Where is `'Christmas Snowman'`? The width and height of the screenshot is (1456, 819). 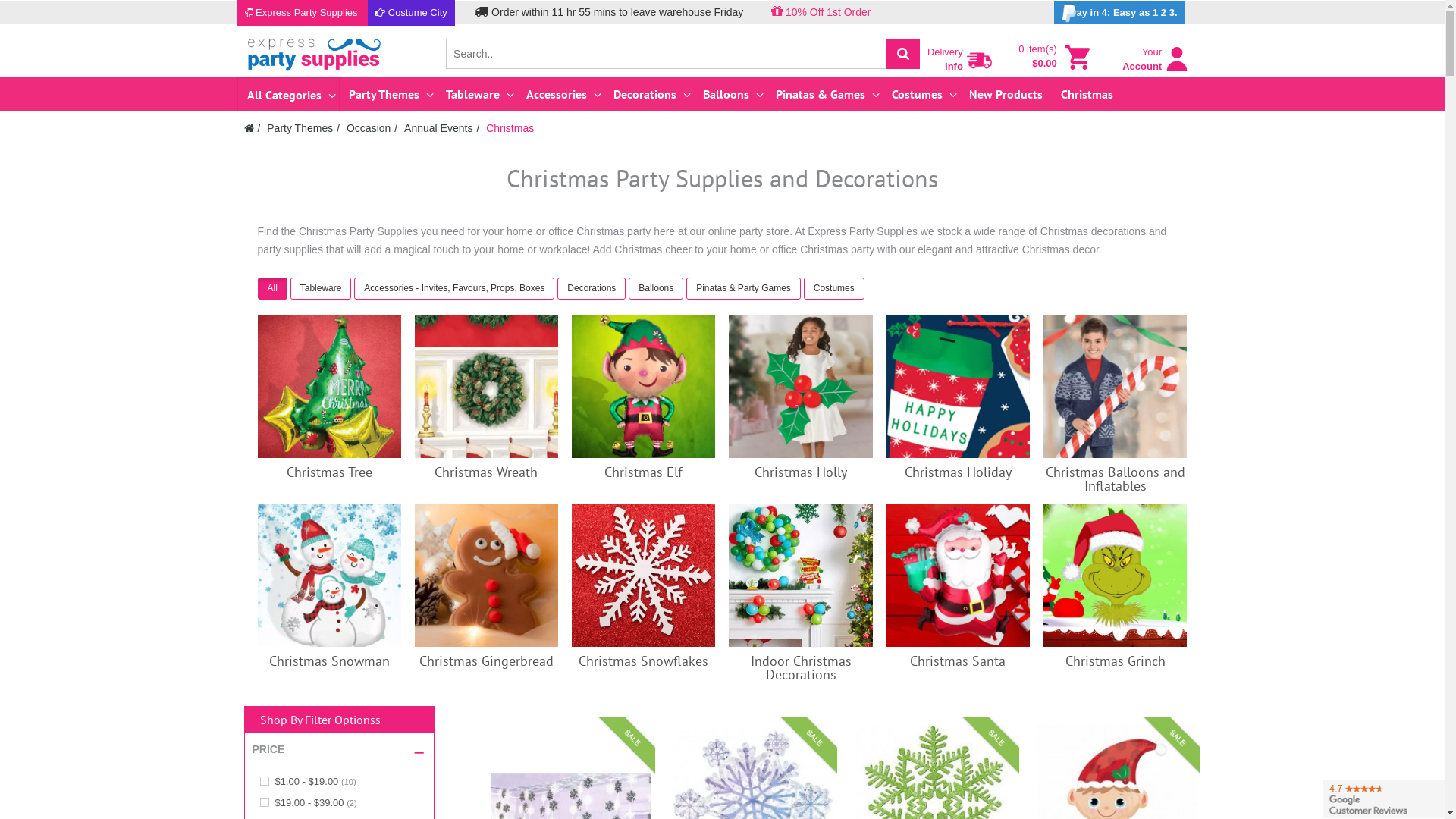 'Christmas Snowman' is located at coordinates (328, 575).